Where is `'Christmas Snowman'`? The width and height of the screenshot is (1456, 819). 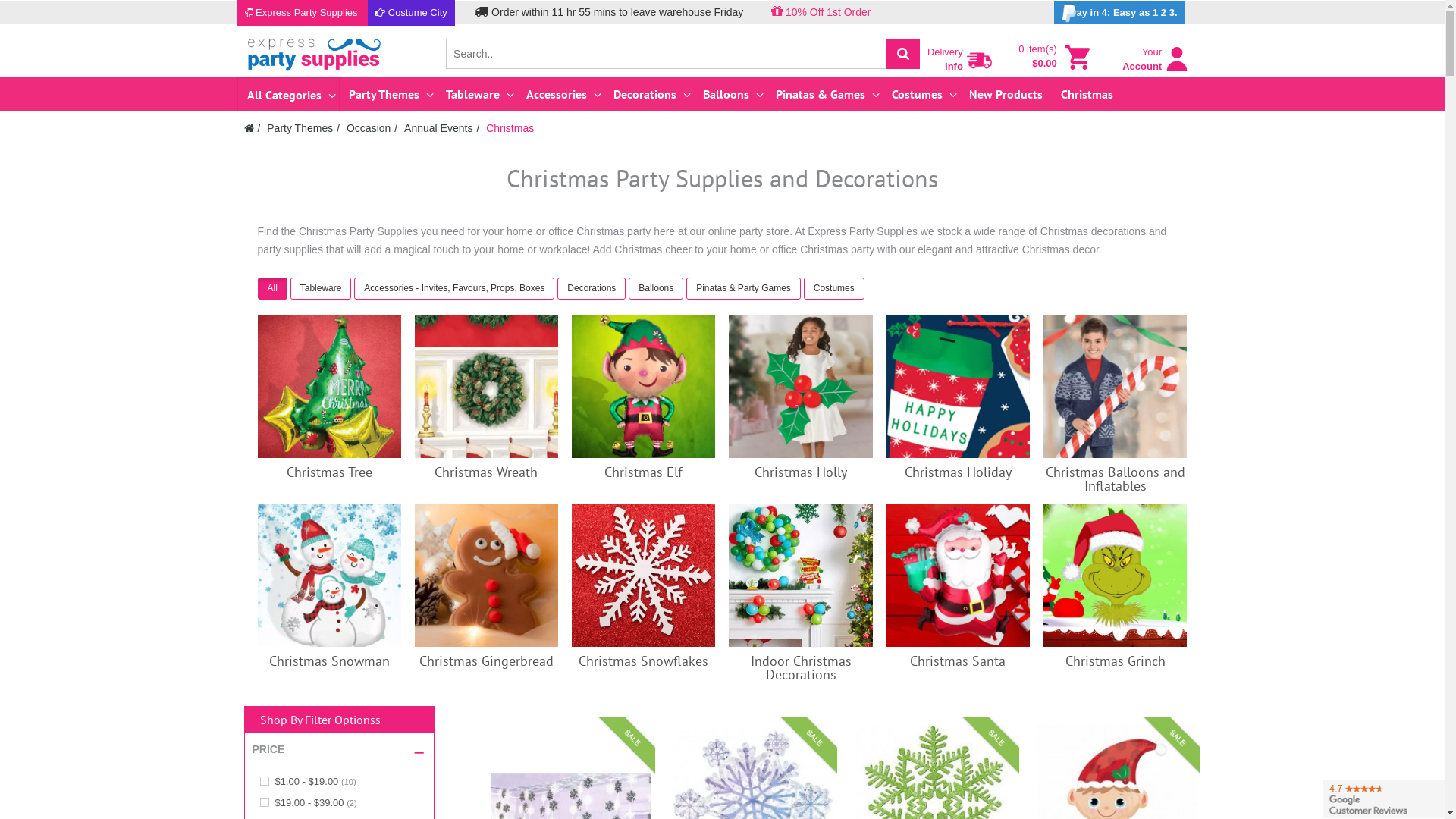 'Christmas Snowman' is located at coordinates (328, 575).